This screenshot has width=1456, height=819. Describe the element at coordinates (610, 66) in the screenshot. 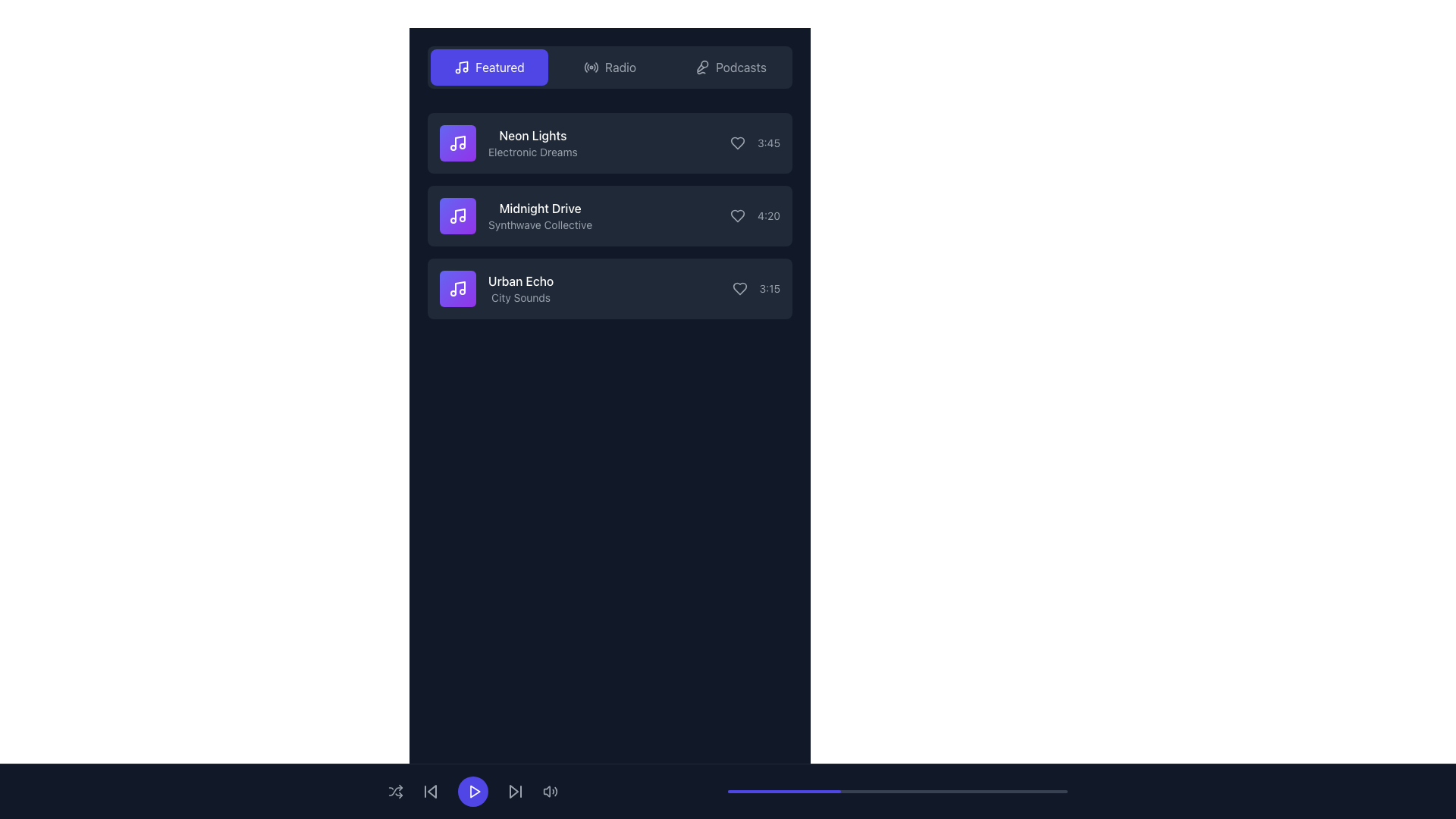

I see `the second button in the horizontal navigation menu` at that location.